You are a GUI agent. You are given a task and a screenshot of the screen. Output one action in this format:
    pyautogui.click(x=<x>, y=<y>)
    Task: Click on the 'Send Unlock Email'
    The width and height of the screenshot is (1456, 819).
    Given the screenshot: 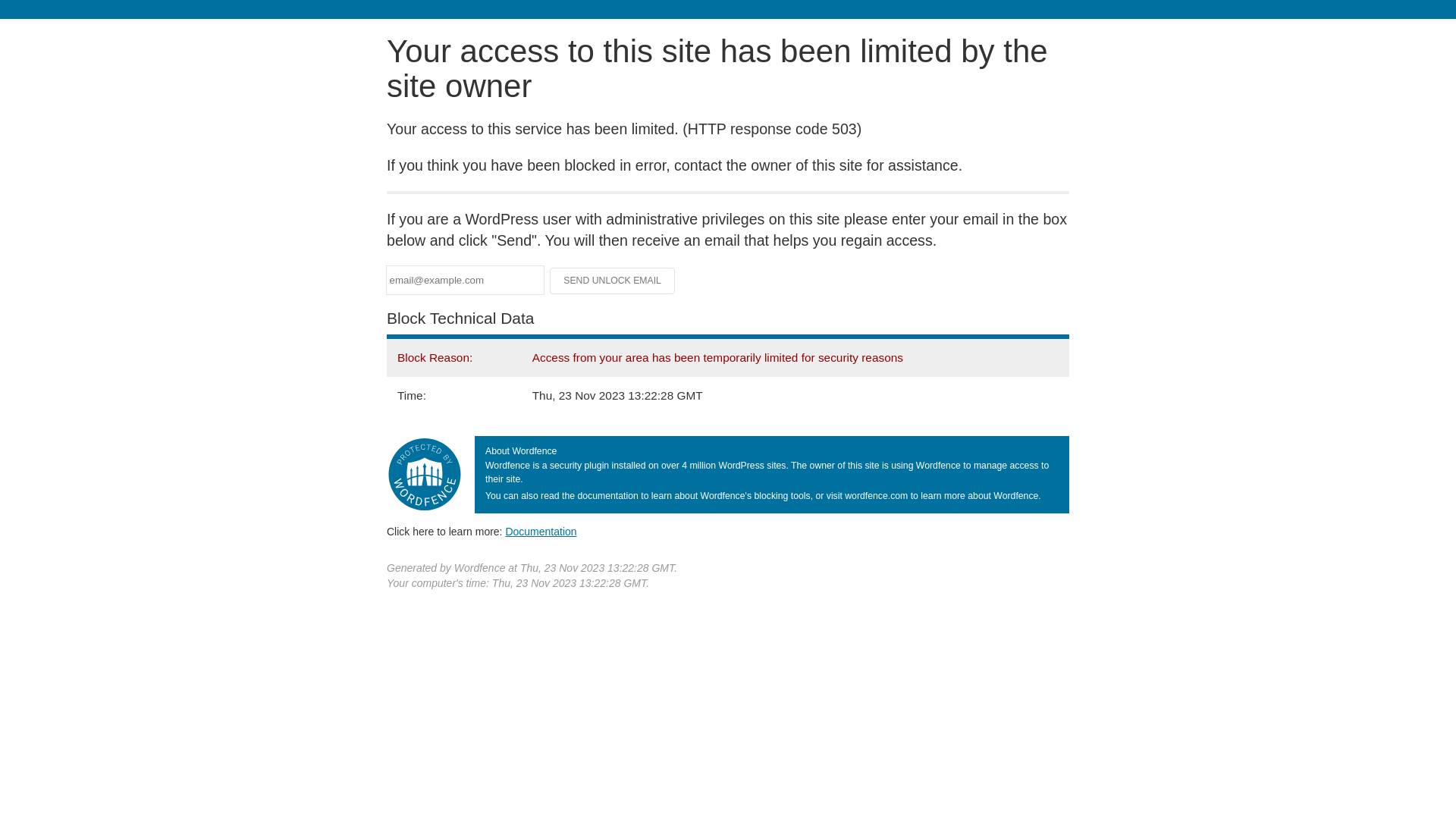 What is the action you would take?
    pyautogui.click(x=548, y=281)
    